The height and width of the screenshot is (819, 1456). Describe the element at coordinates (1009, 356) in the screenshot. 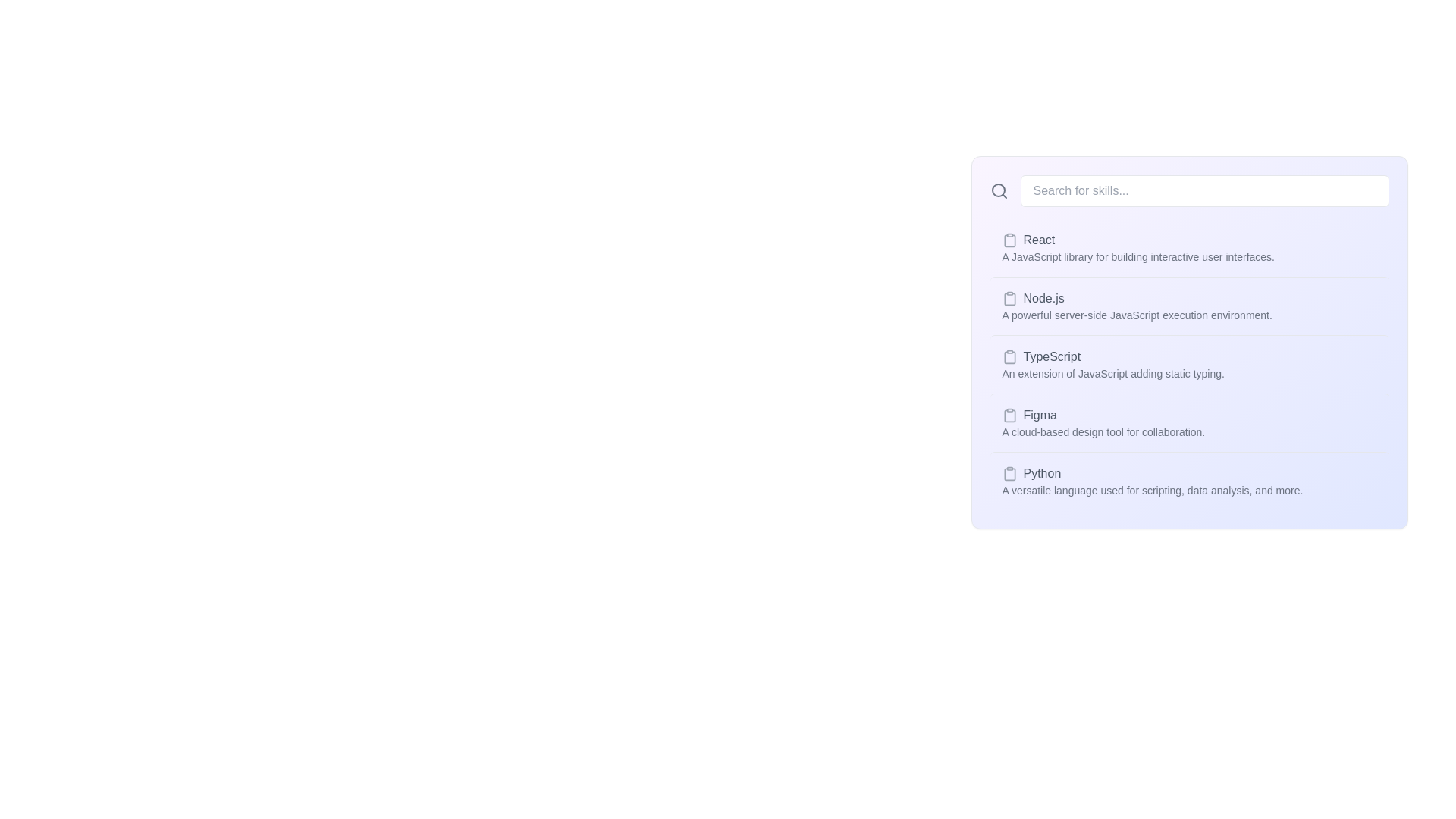

I see `the clipboard icon representing the TypeScript entry` at that location.